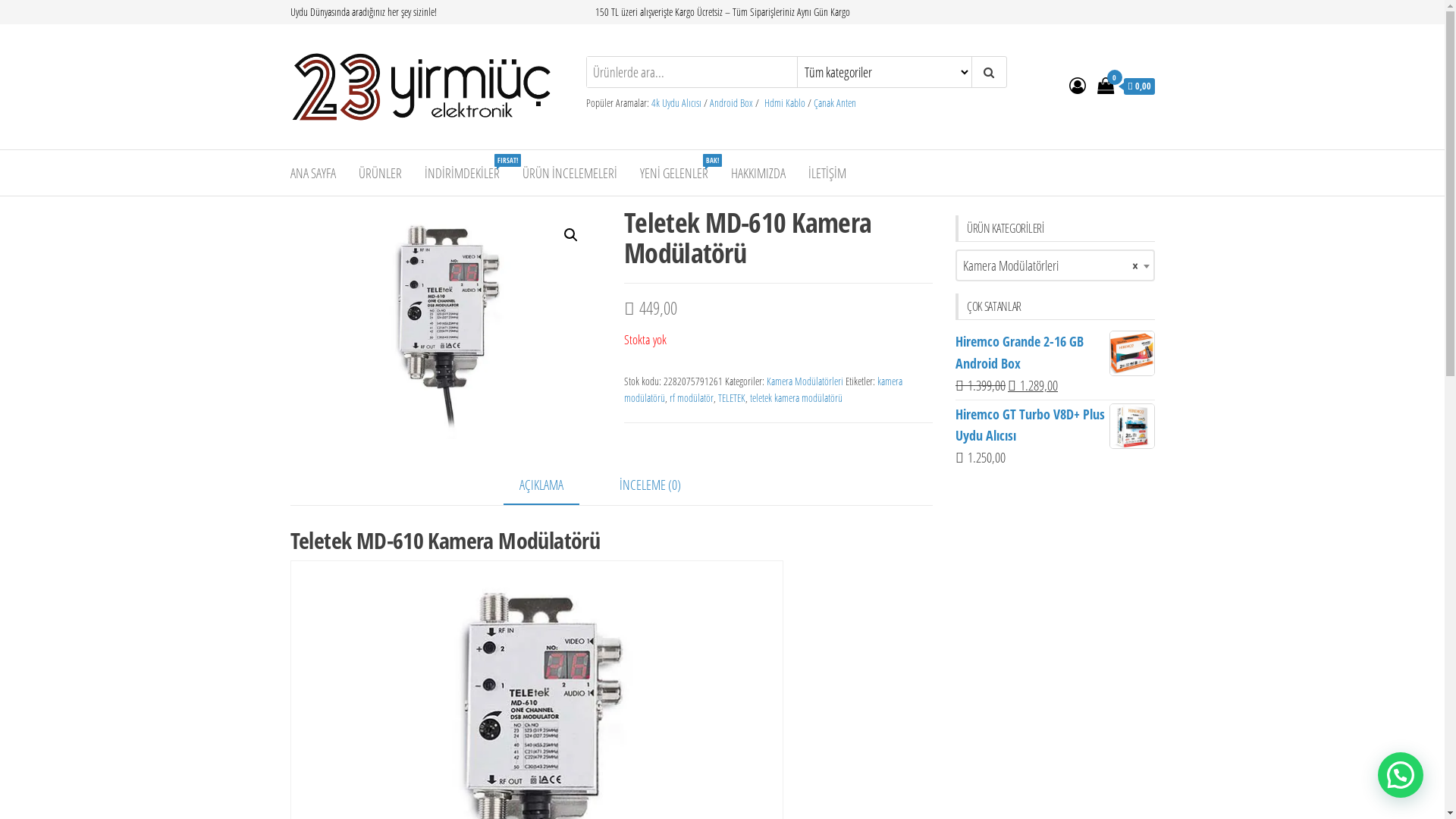  I want to click on 'Hiremco Grande 2-16 GB Android Box', so click(1054, 353).